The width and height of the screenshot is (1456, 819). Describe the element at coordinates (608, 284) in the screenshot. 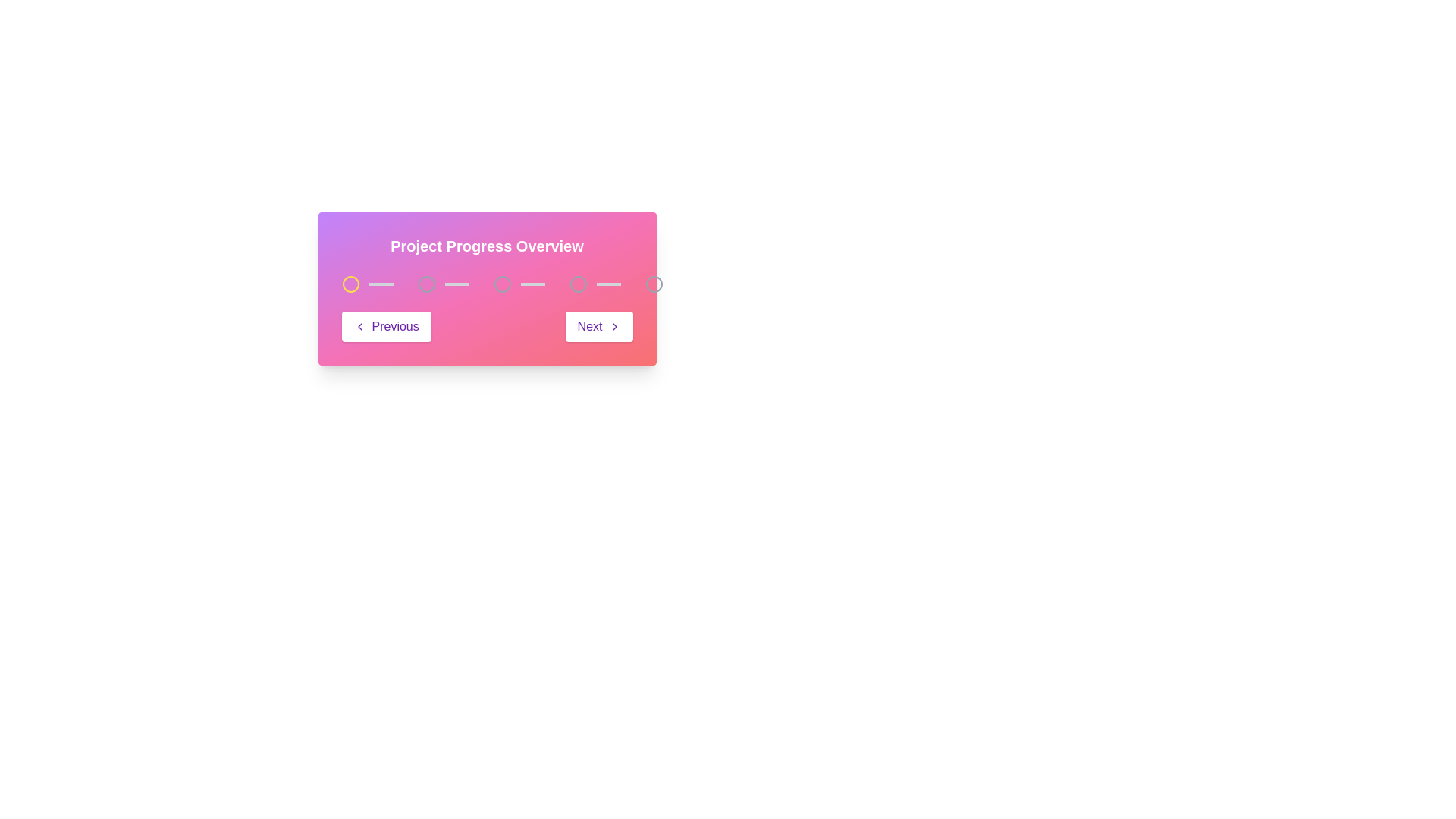

I see `the decorative horizontal line element that visually connects the third and fourth progress nodes in the progress tracker` at that location.